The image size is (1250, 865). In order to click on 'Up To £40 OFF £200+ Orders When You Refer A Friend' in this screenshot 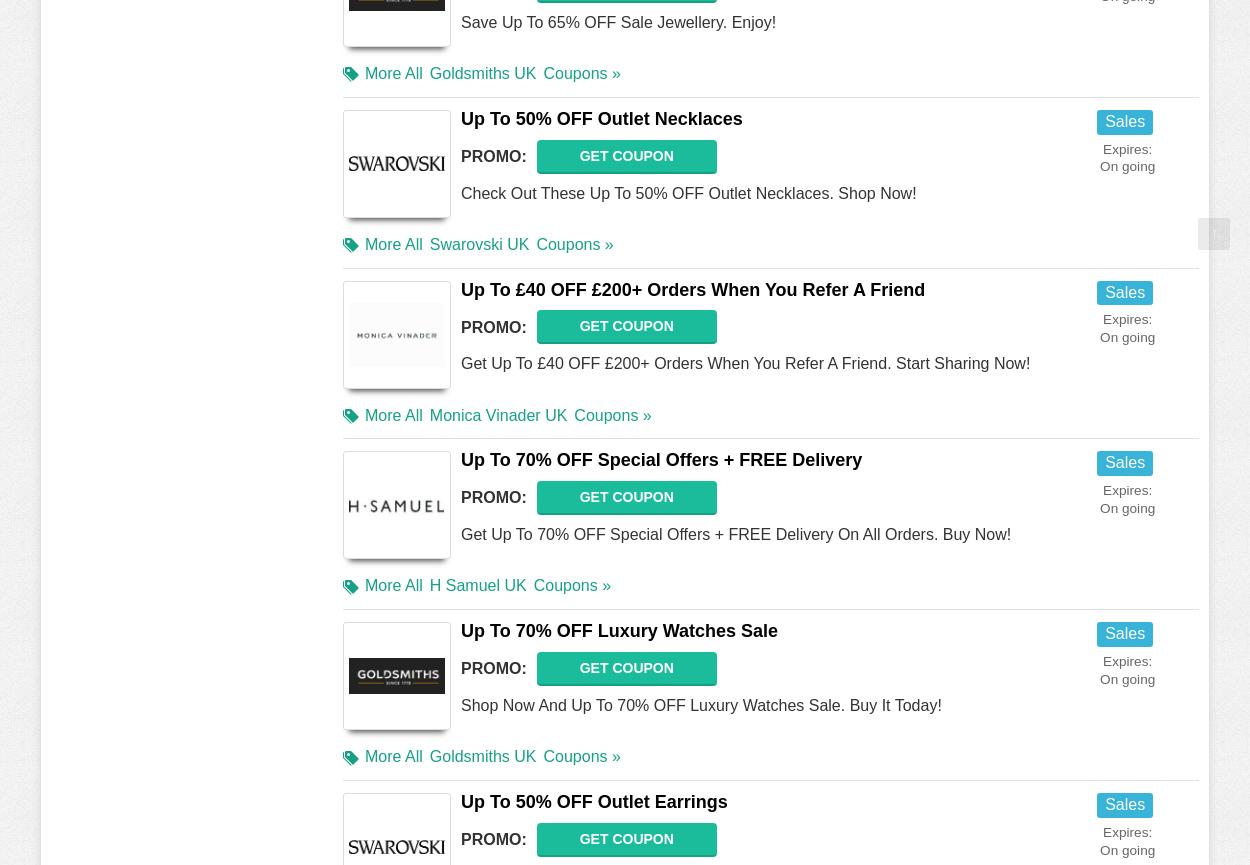, I will do `click(692, 287)`.